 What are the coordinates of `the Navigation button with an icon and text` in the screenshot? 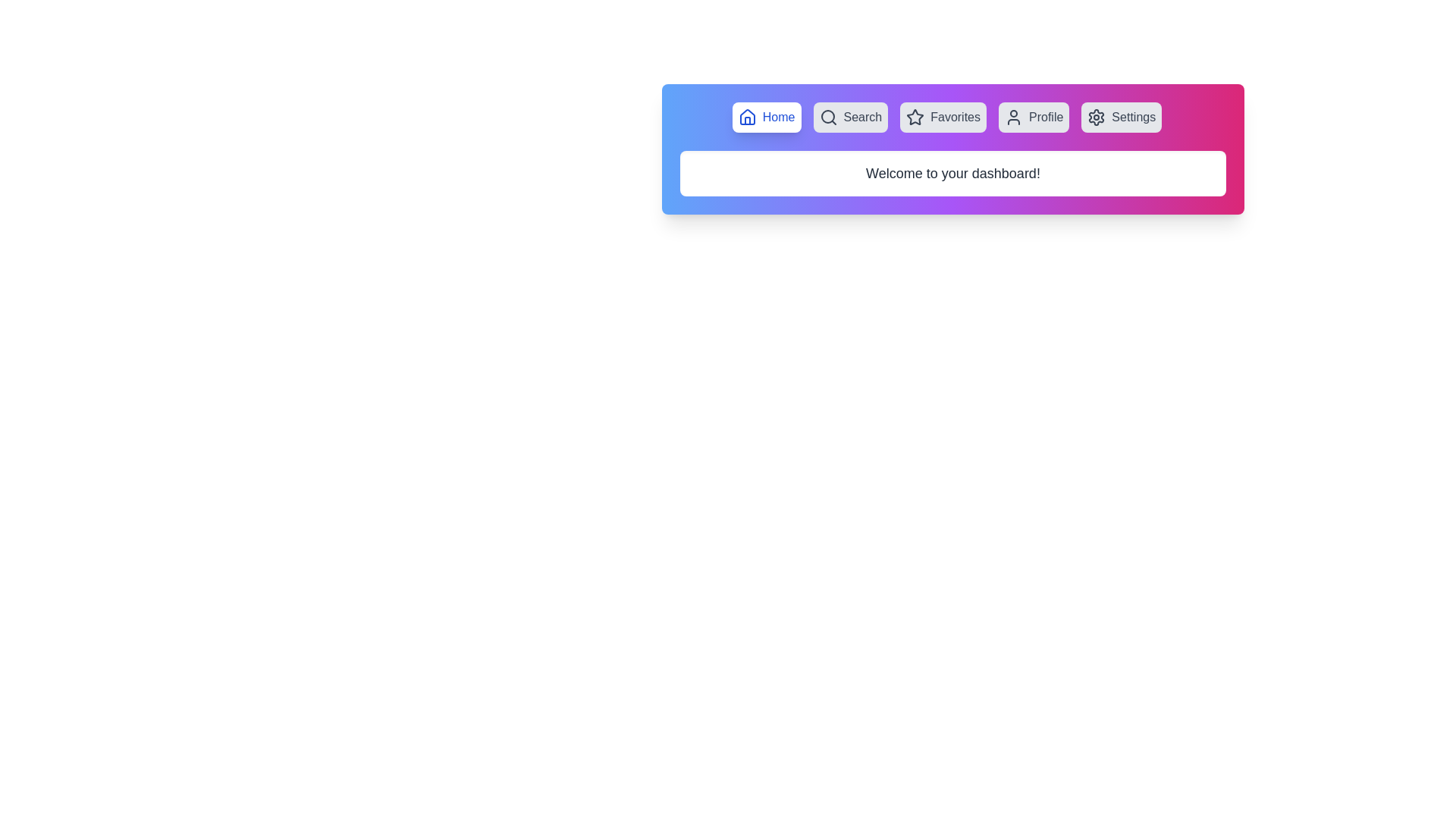 It's located at (767, 116).